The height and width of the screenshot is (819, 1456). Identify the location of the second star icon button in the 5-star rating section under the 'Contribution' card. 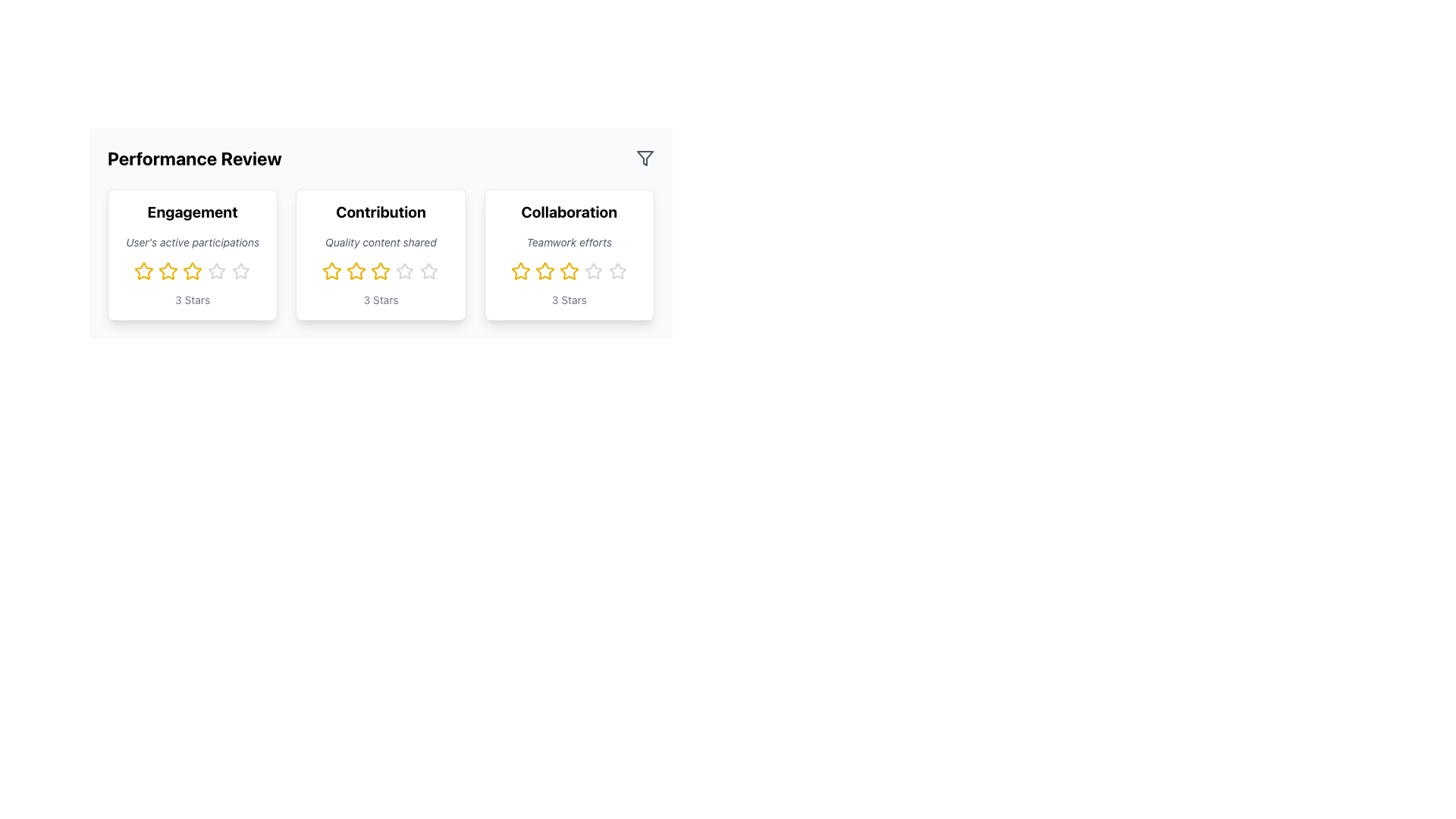
(331, 270).